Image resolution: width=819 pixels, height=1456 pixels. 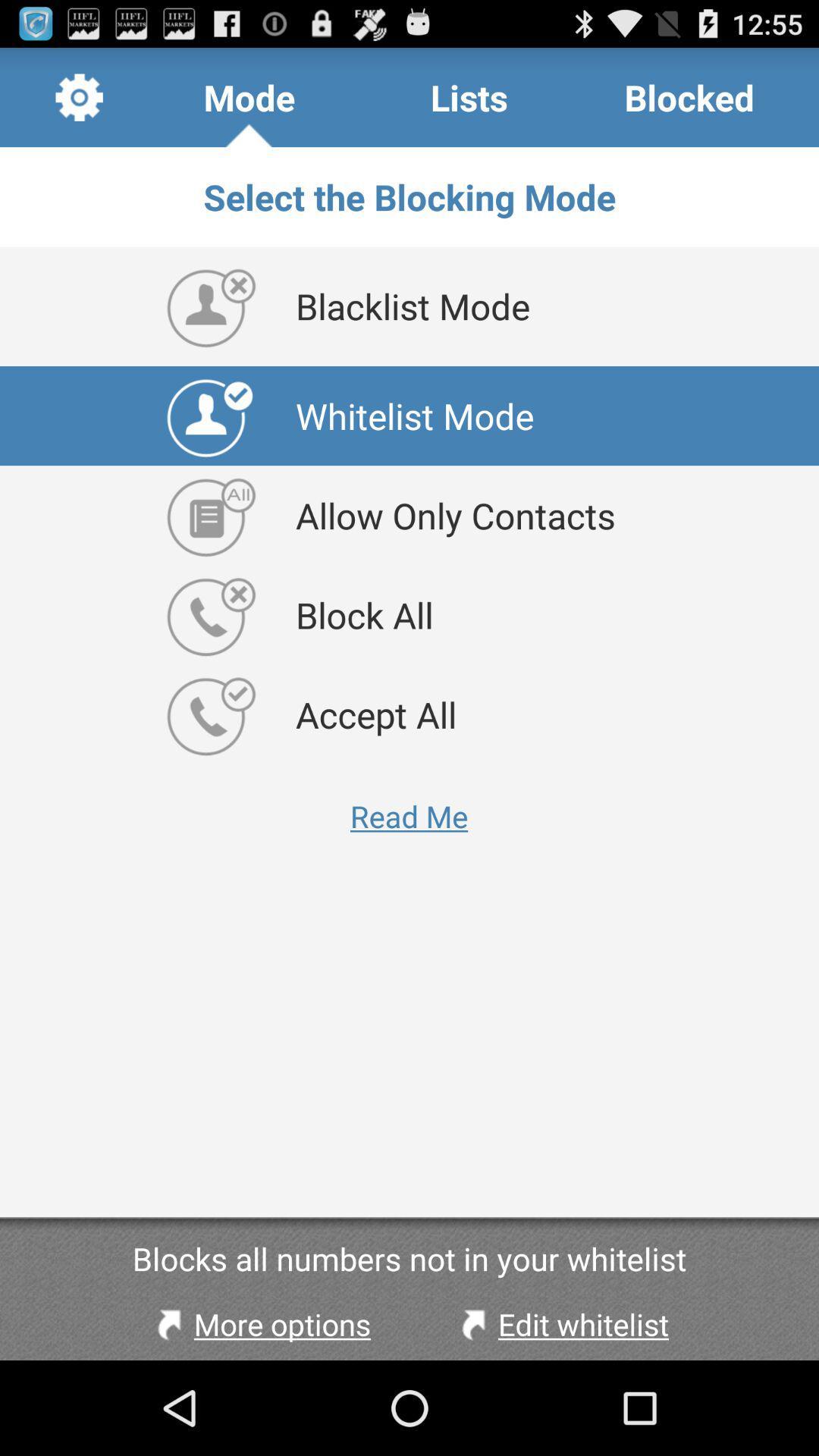 What do you see at coordinates (469, 96) in the screenshot?
I see `lists` at bounding box center [469, 96].